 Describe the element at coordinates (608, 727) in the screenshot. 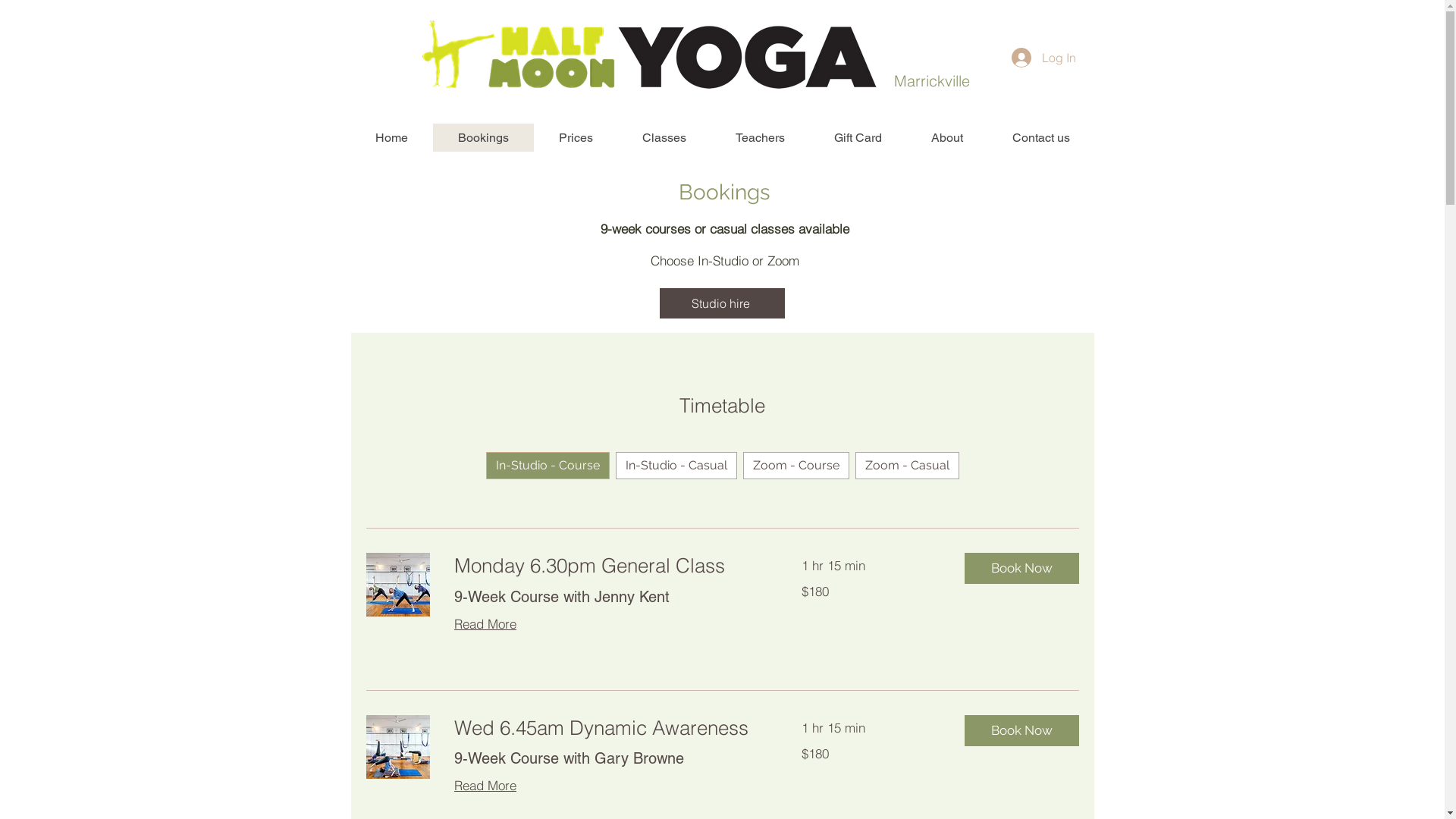

I see `'Wed 6.45am Dynamic Awareness'` at that location.